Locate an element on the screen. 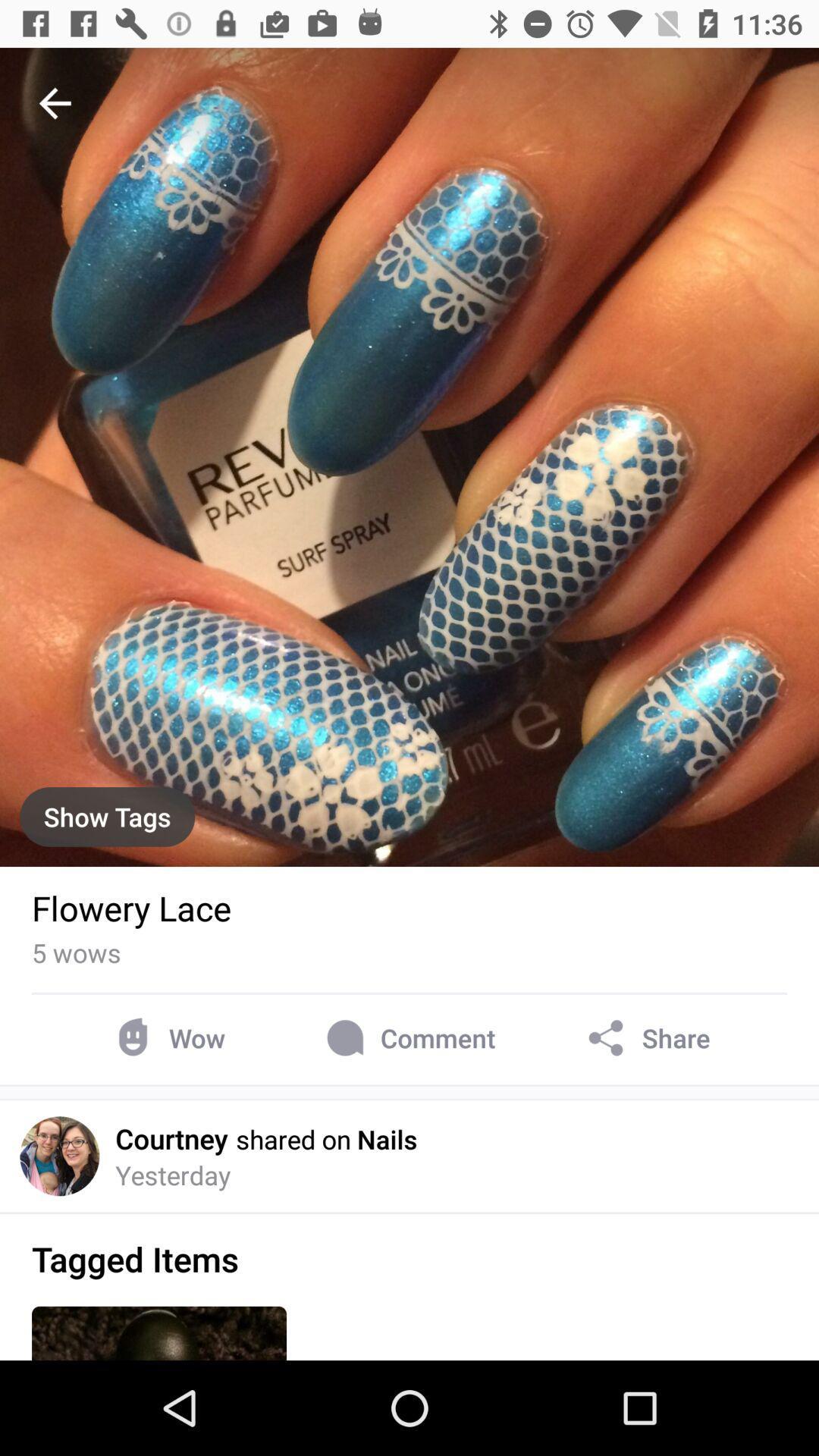  the item above the 5 wows icon is located at coordinates (130, 908).